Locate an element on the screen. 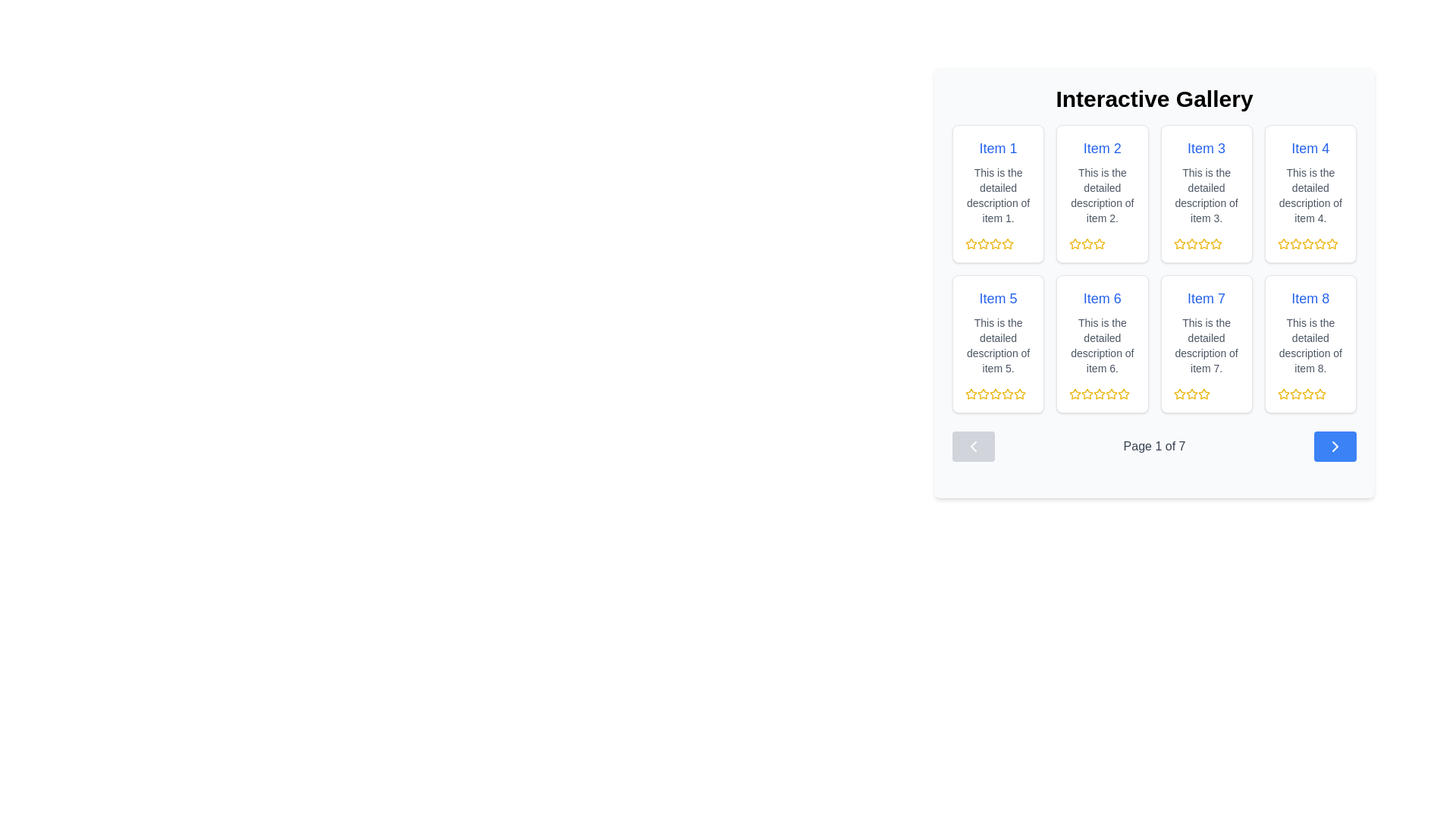 The image size is (1456, 819). the first star icon in the rating system directly below the card labeled 'Item 7' is located at coordinates (1178, 394).